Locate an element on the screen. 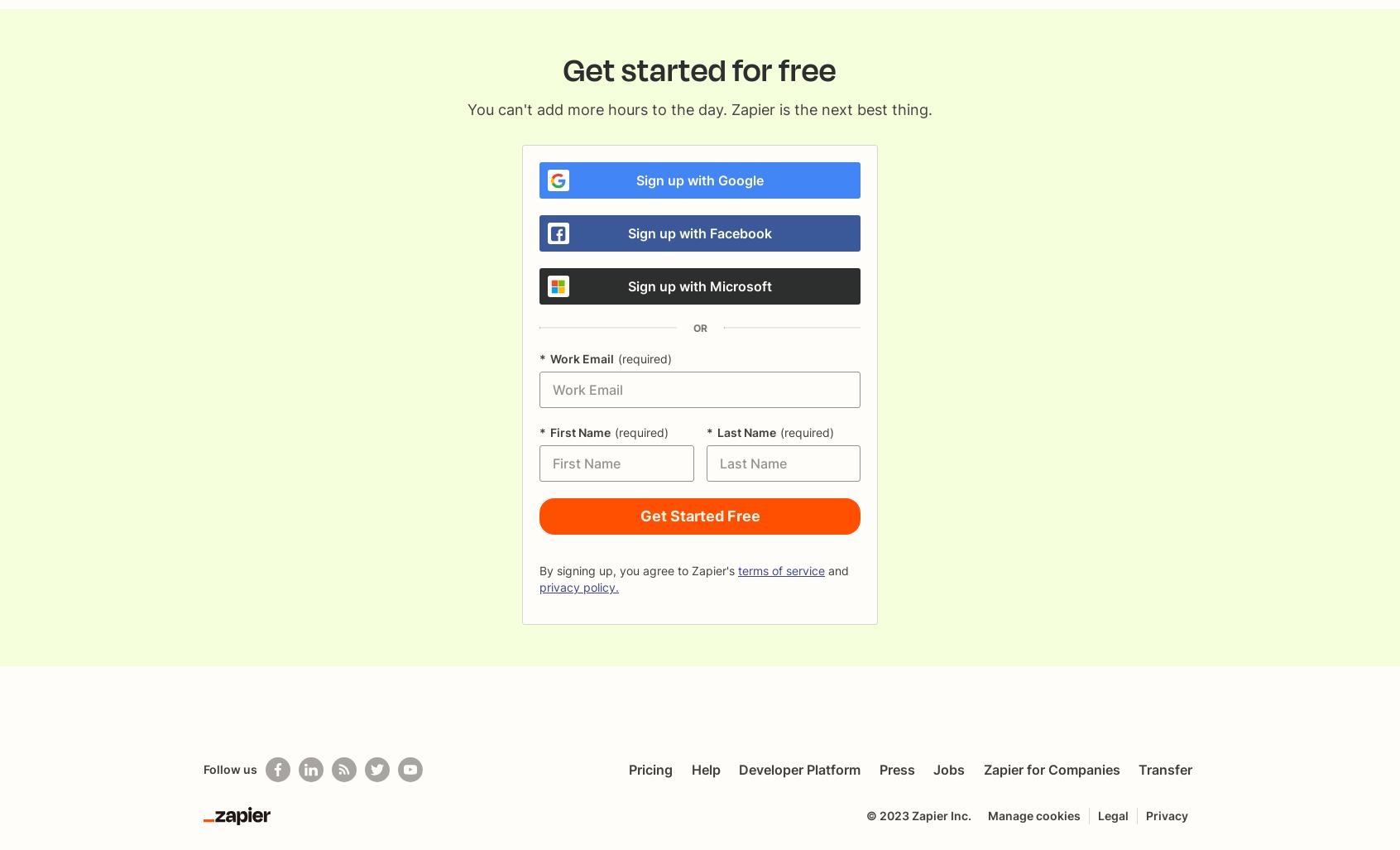 The width and height of the screenshot is (1400, 850). 'Press' is located at coordinates (879, 770).